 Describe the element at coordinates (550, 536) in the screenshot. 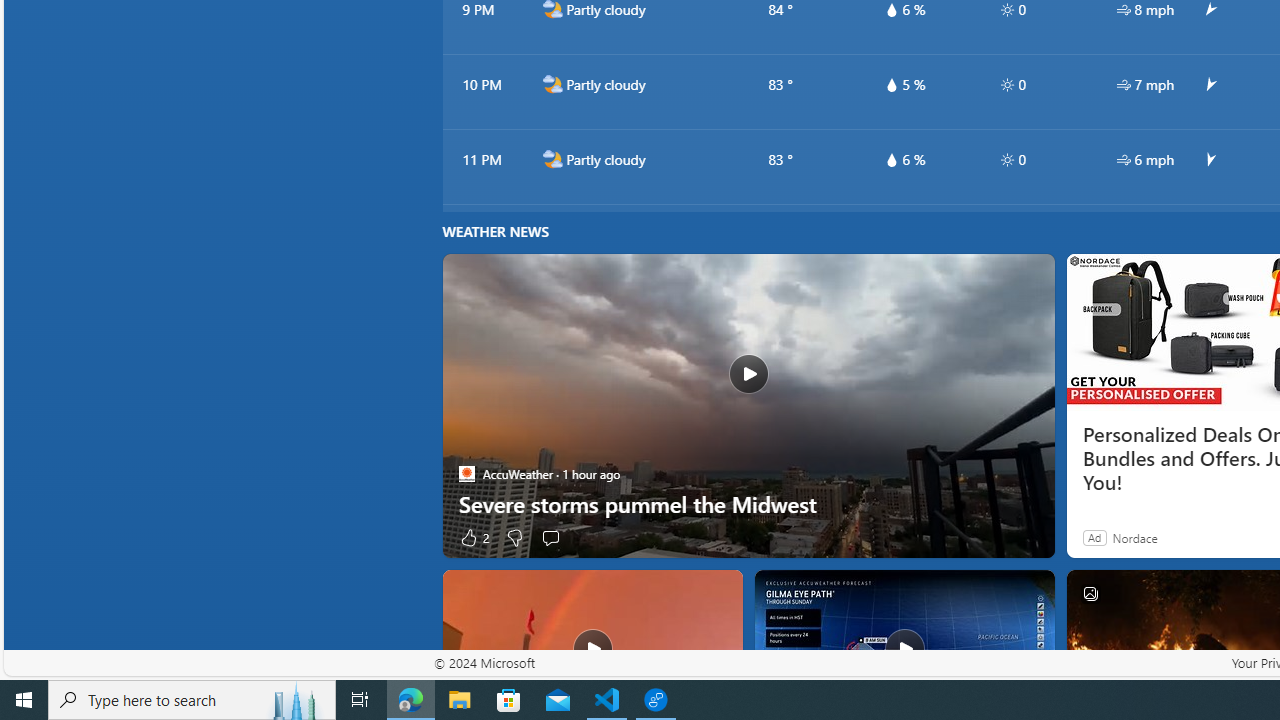

I see `'Start the conversation'` at that location.